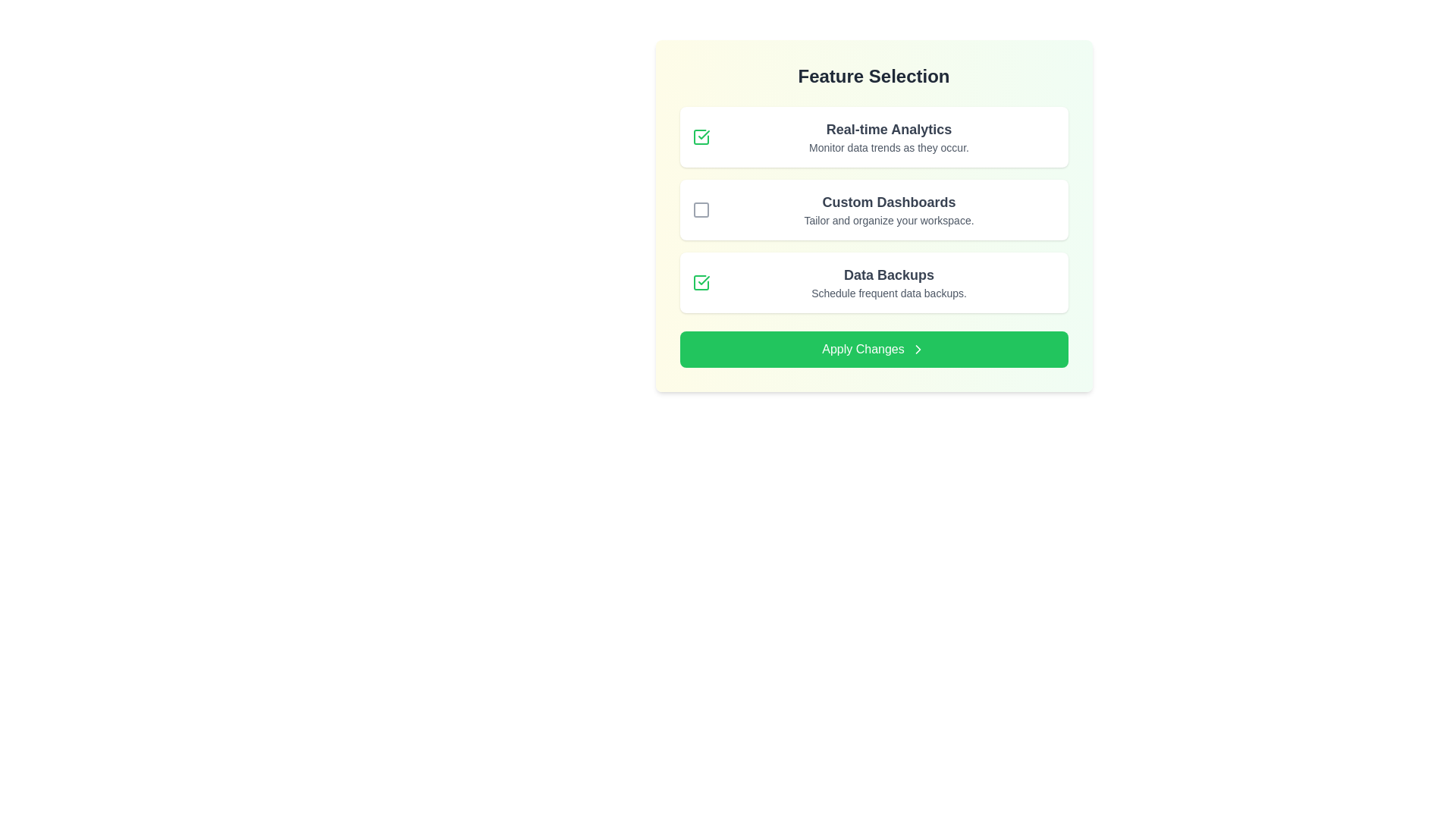 This screenshot has height=819, width=1456. I want to click on the checkbox with a green tick mark located to the left of the 'Data Backups' list item in the 'Feature Selection' section, so click(700, 283).